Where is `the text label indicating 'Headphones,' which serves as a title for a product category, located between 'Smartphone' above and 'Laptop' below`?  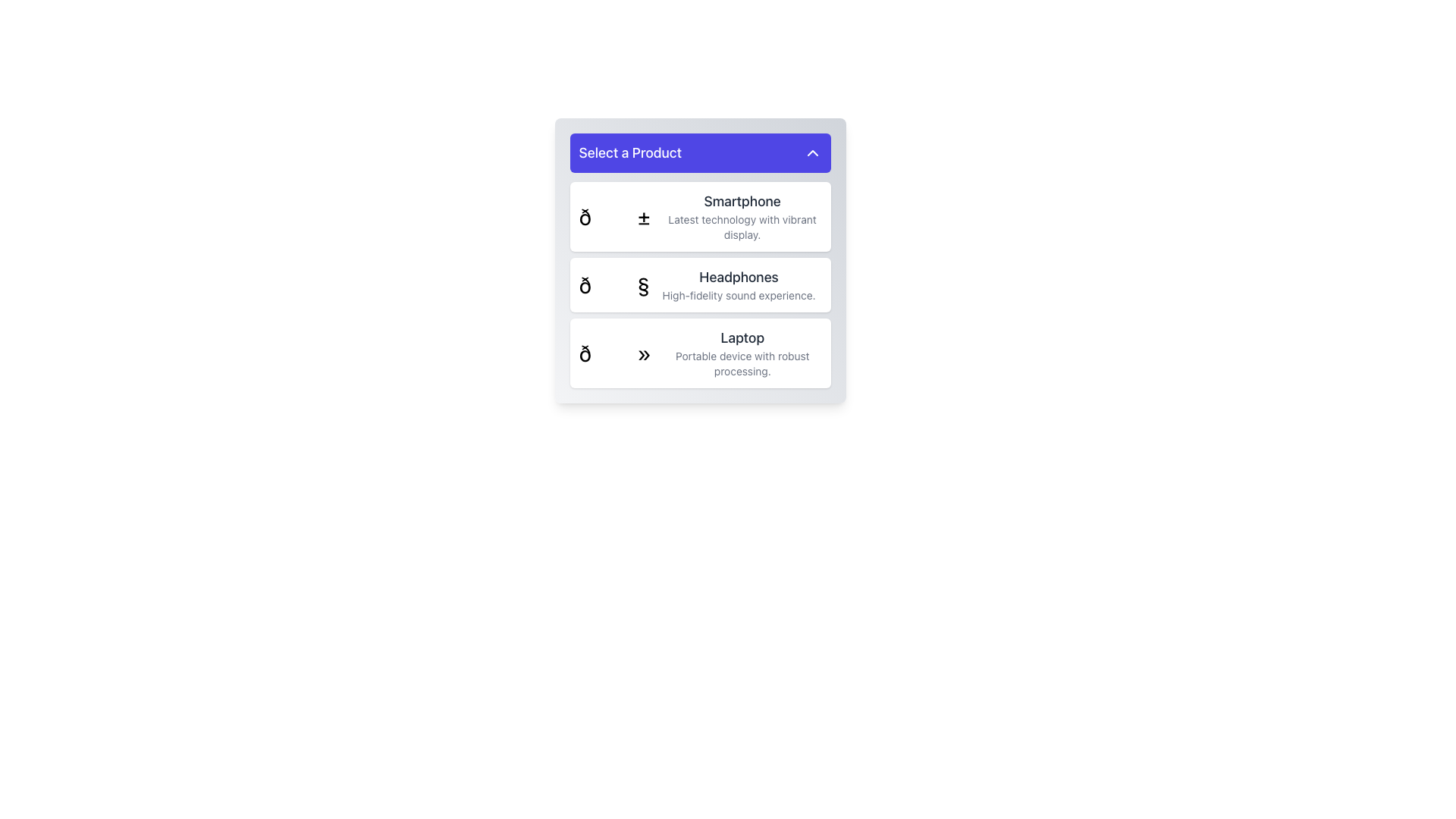 the text label indicating 'Headphones,' which serves as a title for a product category, located between 'Smartphone' above and 'Laptop' below is located at coordinates (739, 278).